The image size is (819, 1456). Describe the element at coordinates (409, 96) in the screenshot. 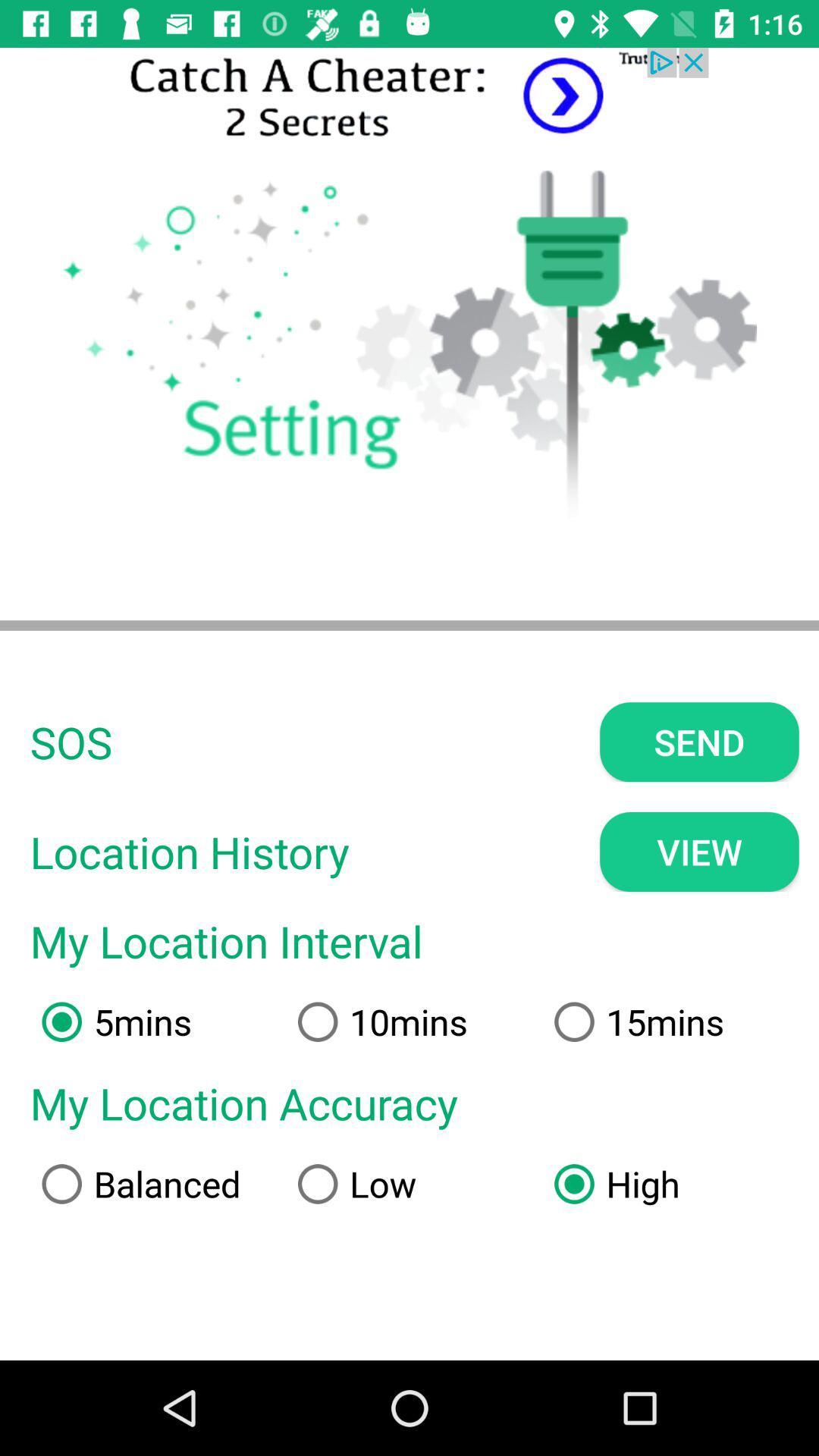

I see `open advertisement` at that location.